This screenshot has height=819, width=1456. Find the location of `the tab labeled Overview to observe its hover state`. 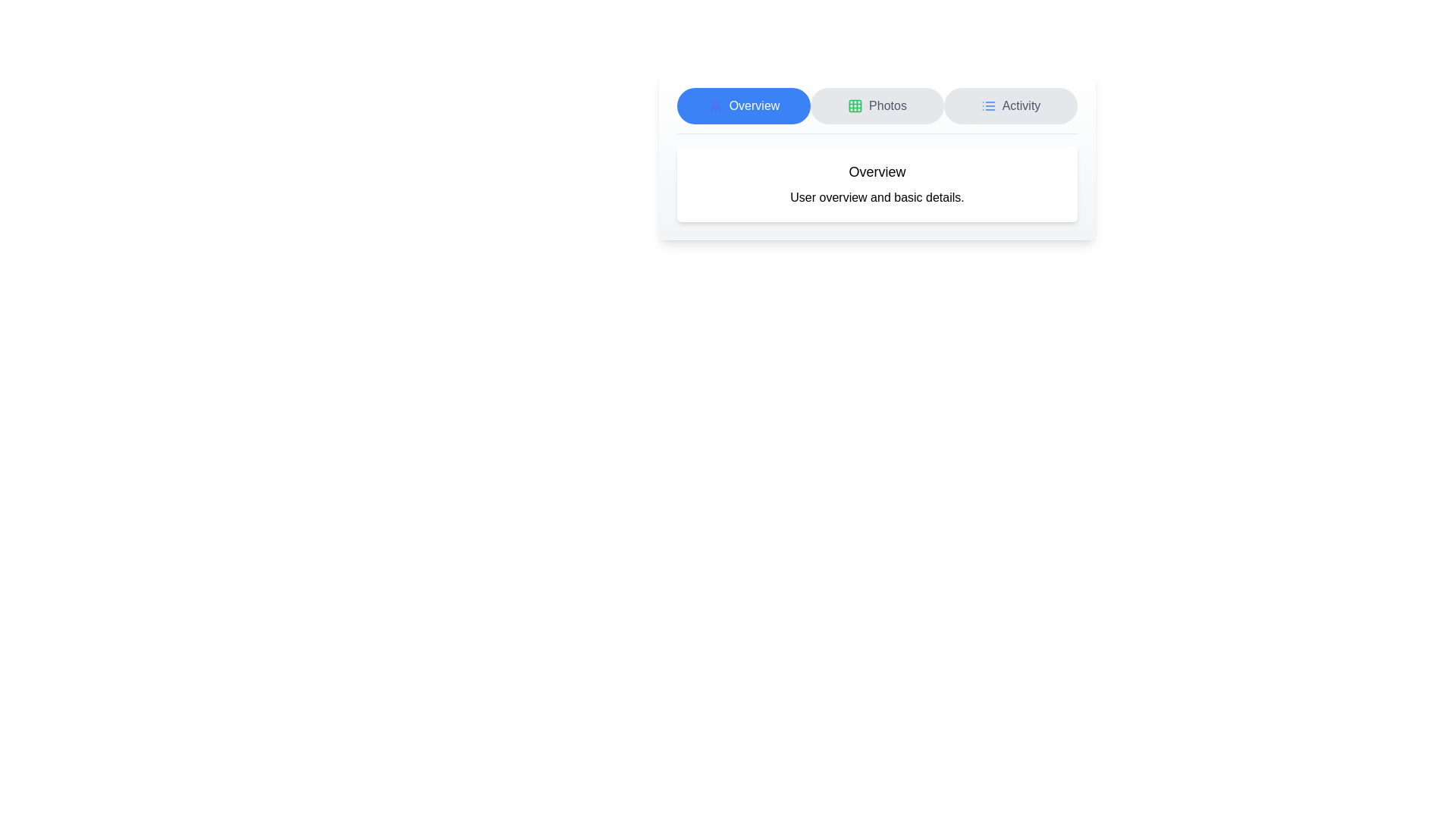

the tab labeled Overview to observe its hover state is located at coordinates (743, 105).